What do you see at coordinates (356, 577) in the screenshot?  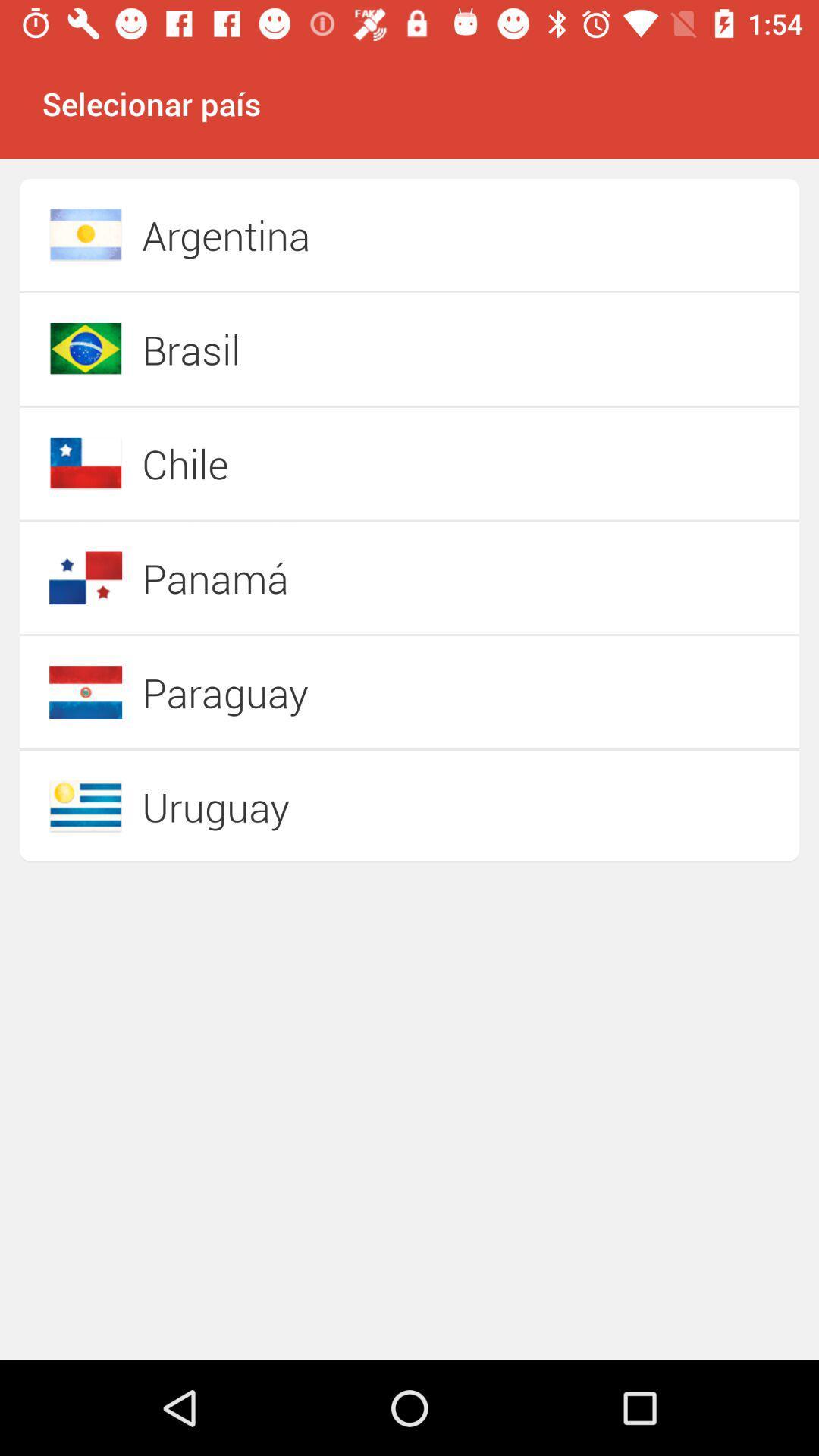 I see `icon above the paraguay icon` at bounding box center [356, 577].